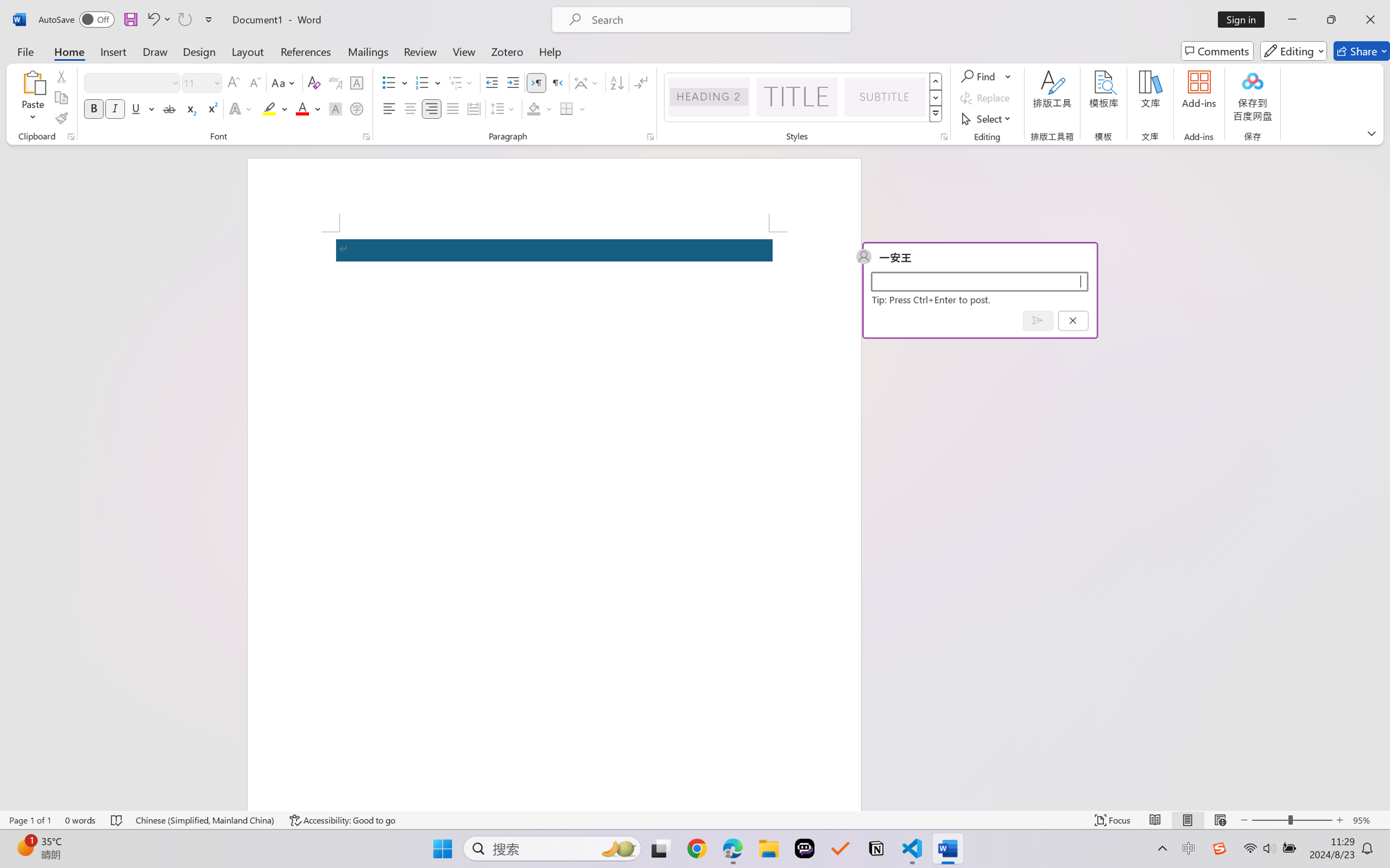 The height and width of the screenshot is (868, 1390). I want to click on 'Repeat TCSCTranslate', so click(184, 19).